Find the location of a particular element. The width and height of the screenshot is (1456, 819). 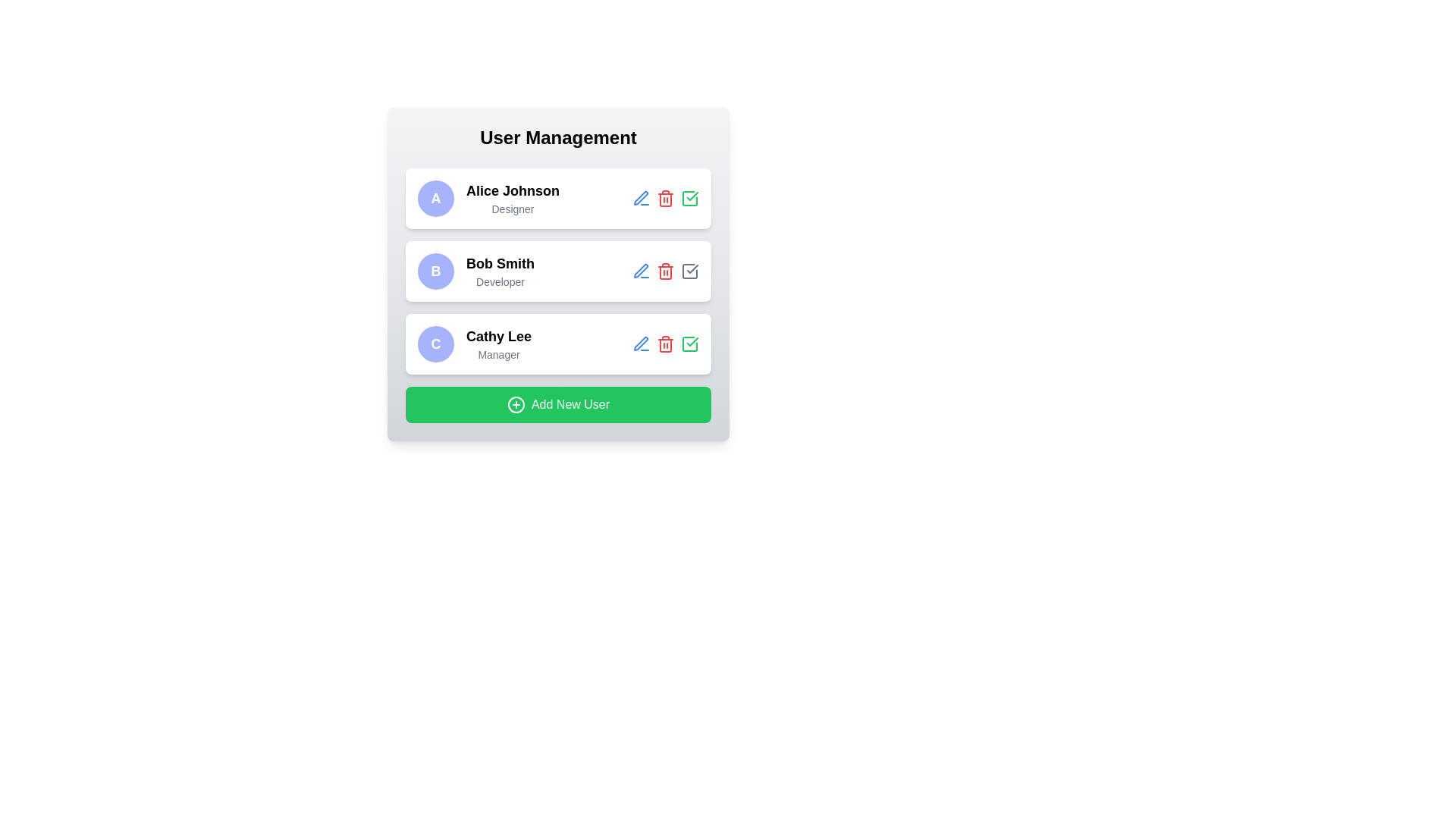

the edit button associated with the user 'Alice Johnson' is located at coordinates (641, 198).